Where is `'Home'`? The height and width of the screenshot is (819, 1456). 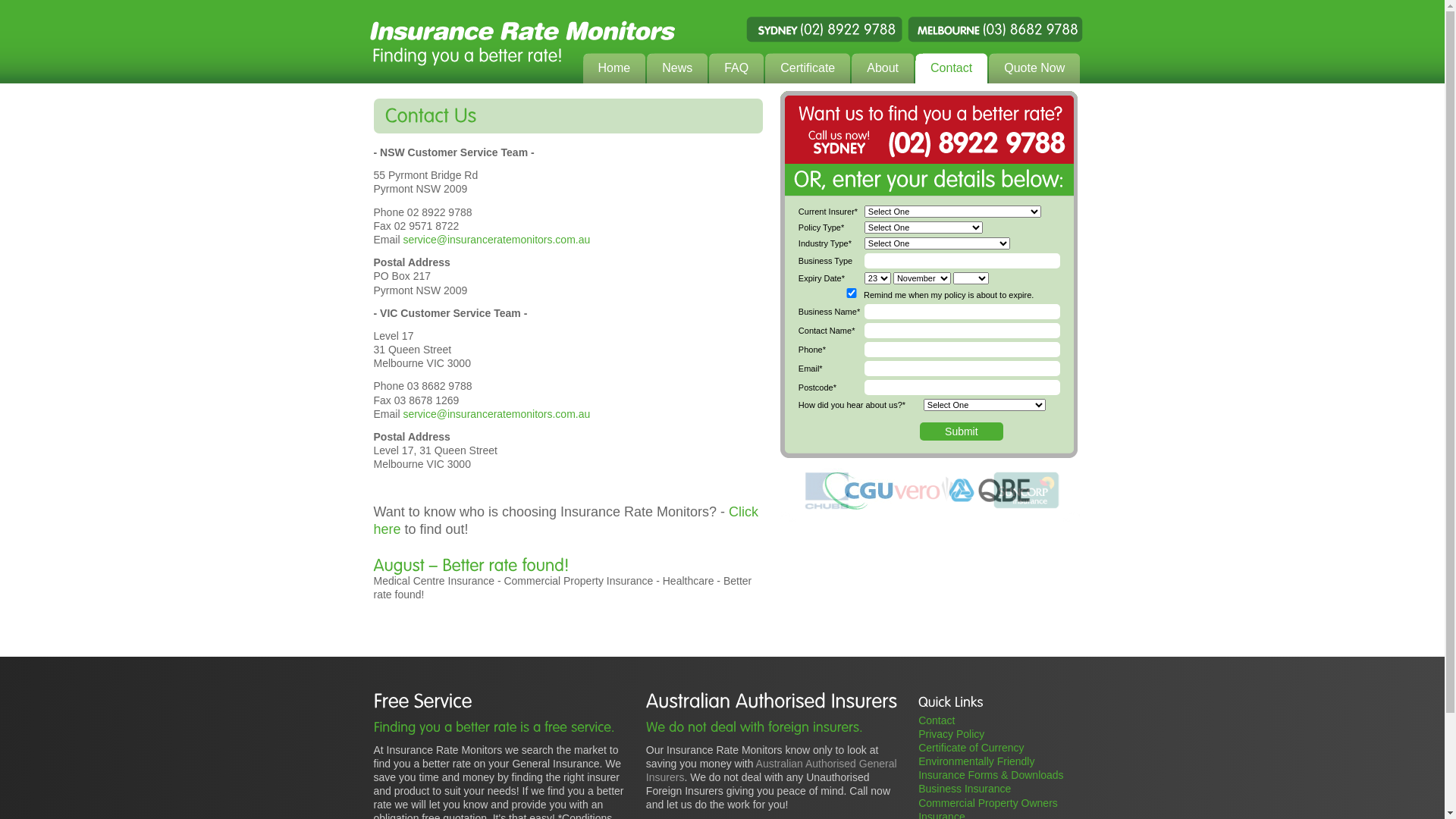 'Home' is located at coordinates (613, 69).